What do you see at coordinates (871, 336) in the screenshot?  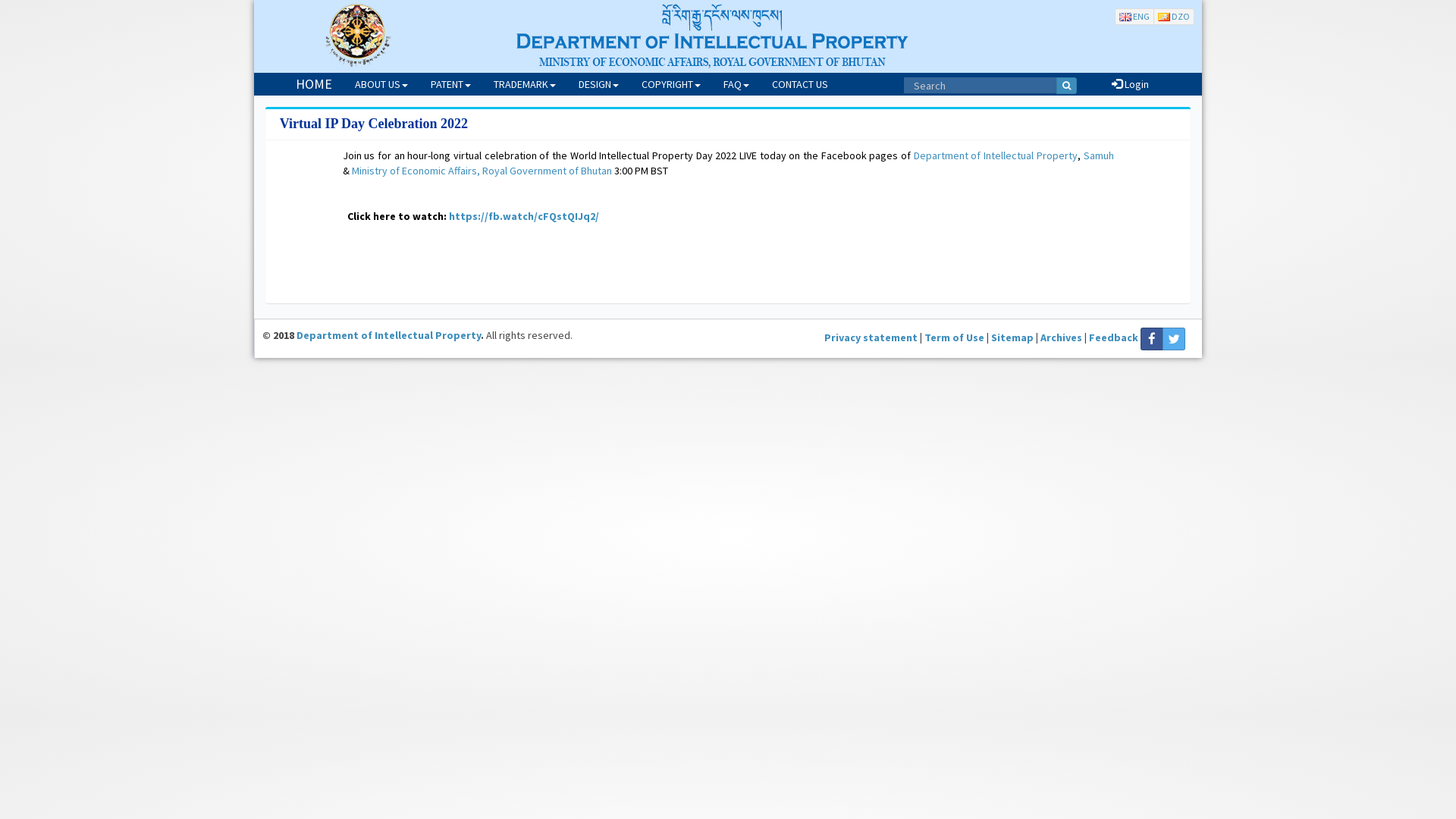 I see `'Privacy statement'` at bounding box center [871, 336].